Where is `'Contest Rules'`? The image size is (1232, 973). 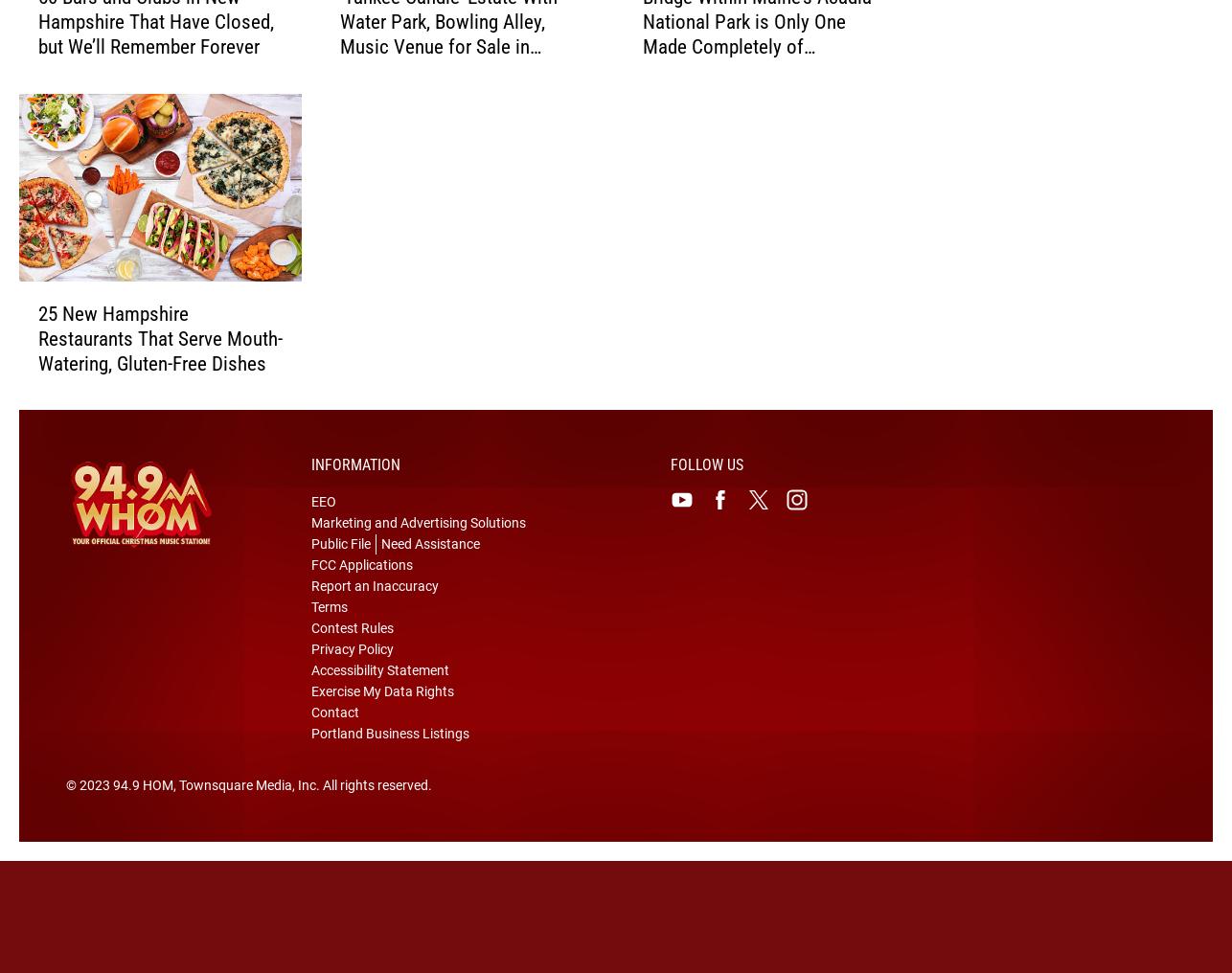
'Contest Rules' is located at coordinates (309, 658).